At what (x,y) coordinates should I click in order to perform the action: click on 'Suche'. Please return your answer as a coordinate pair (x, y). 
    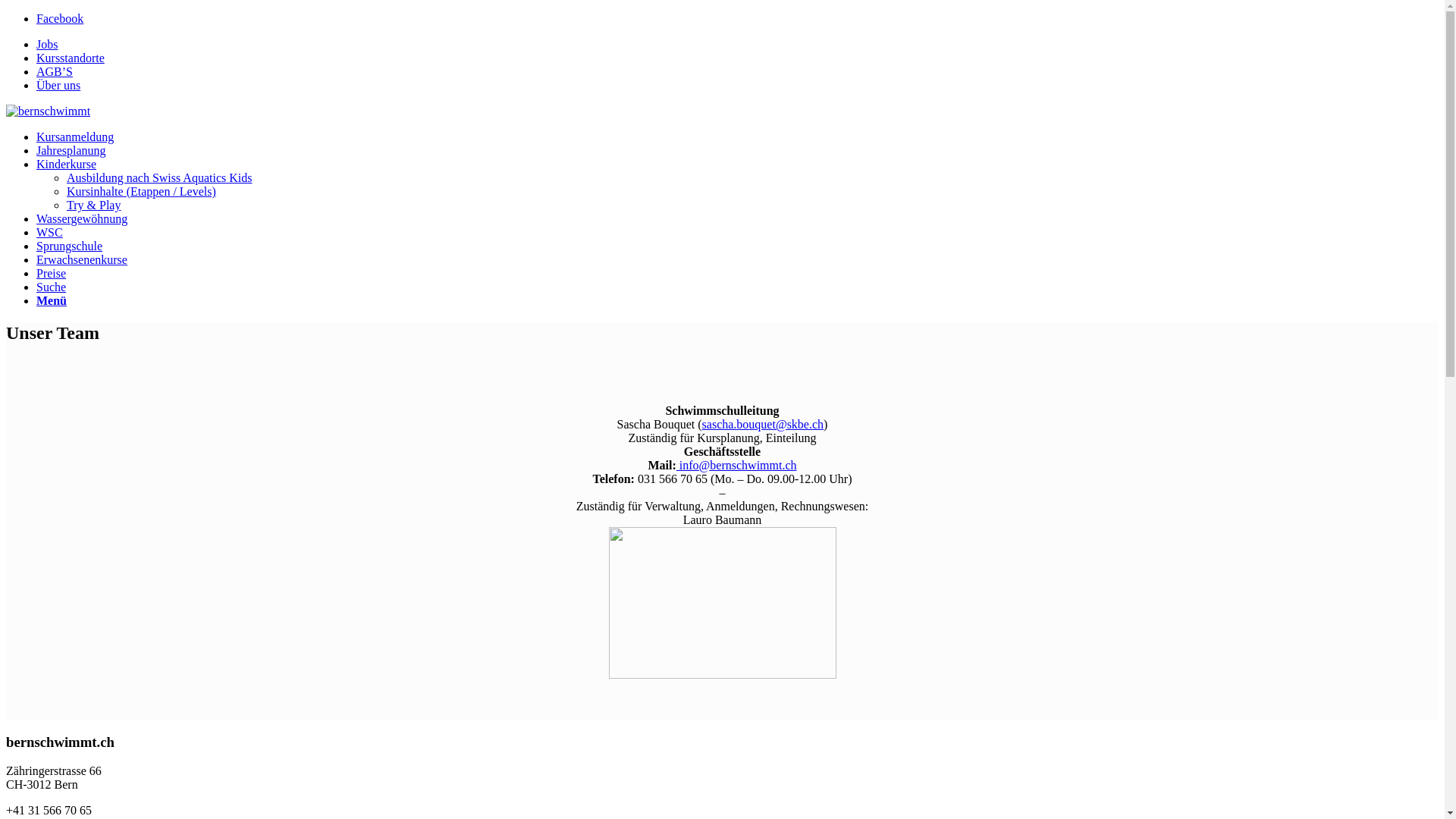
    Looking at the image, I should click on (51, 287).